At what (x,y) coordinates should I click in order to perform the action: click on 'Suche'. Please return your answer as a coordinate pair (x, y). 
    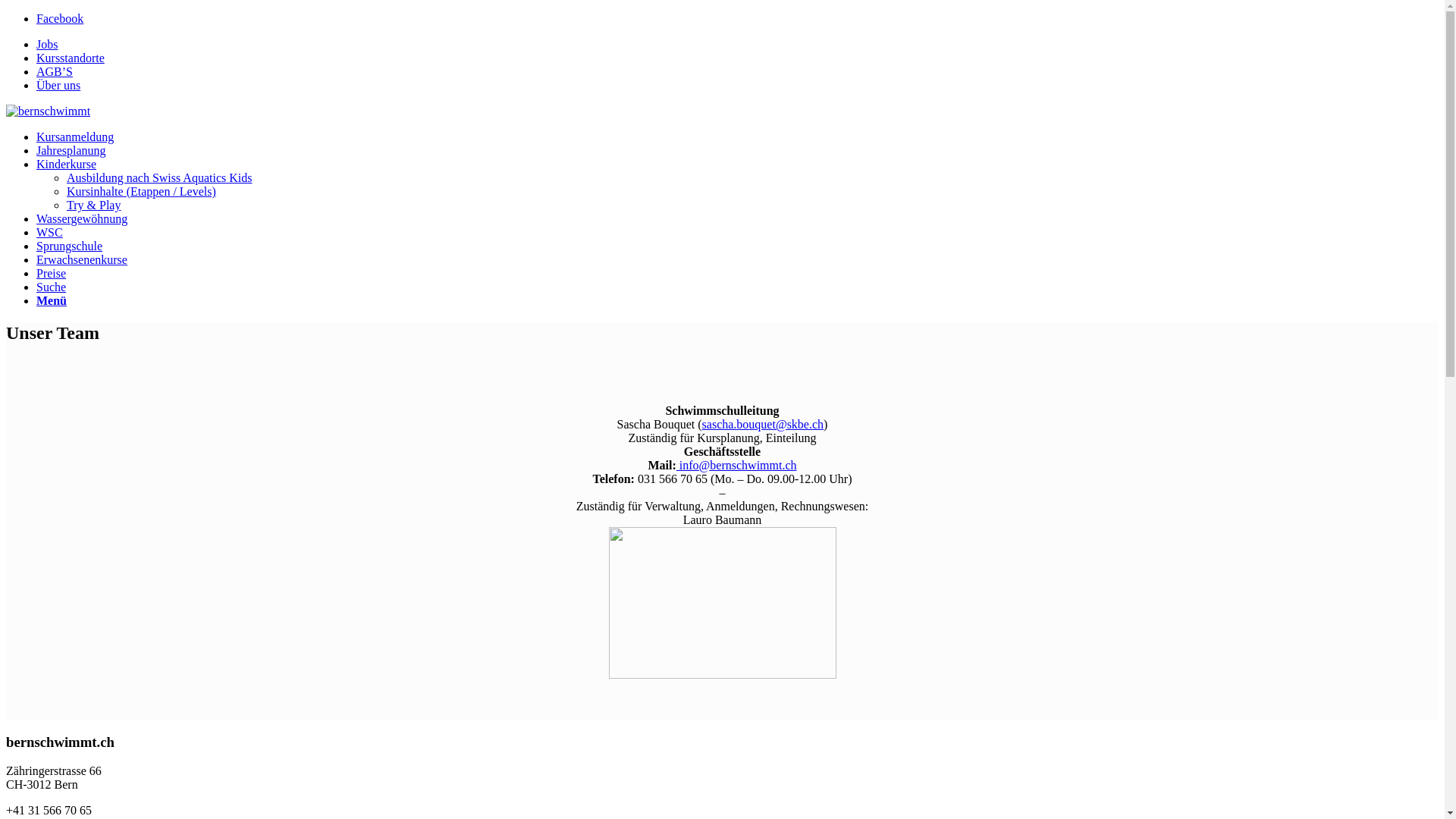
    Looking at the image, I should click on (51, 287).